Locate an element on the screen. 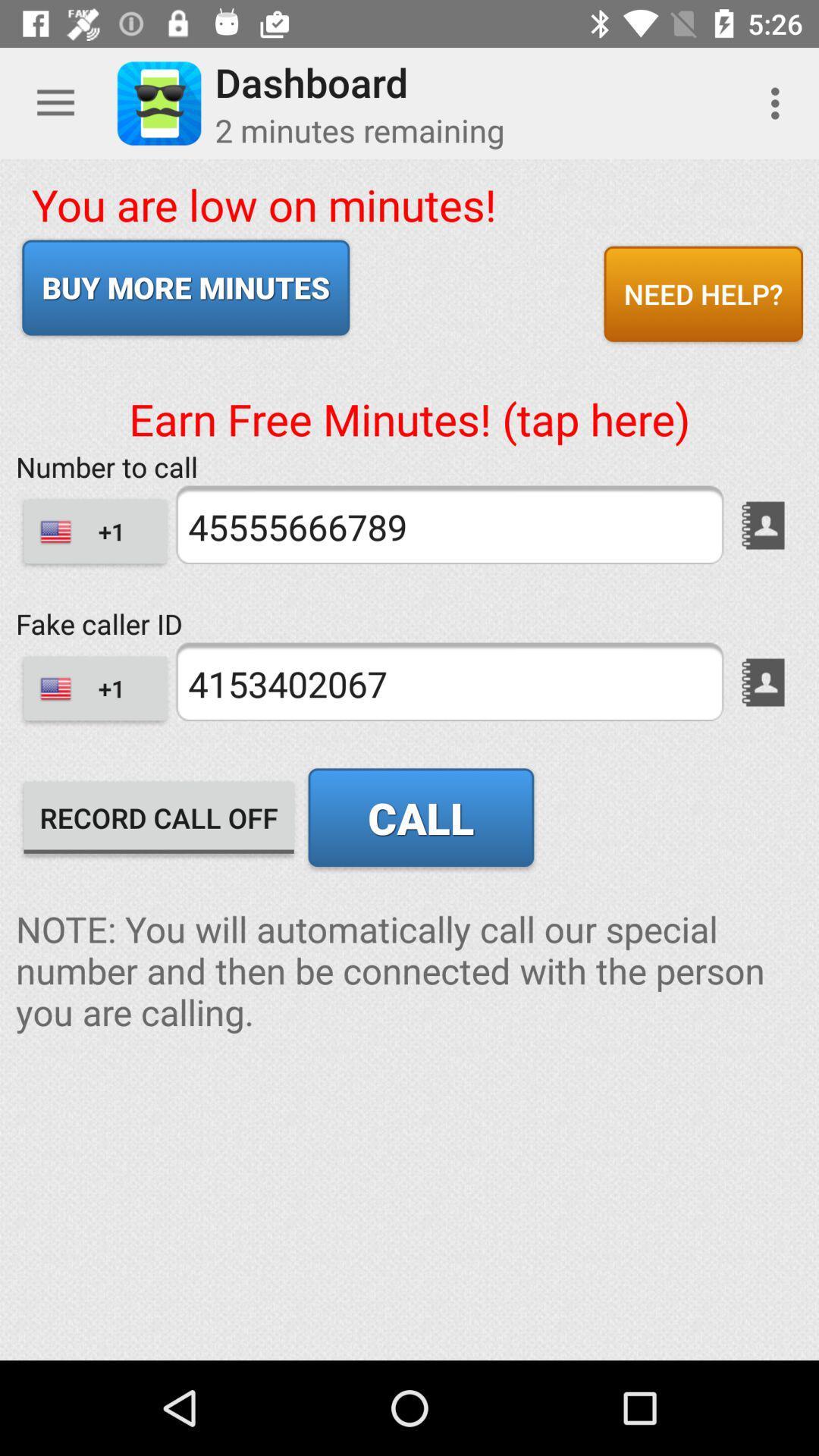 The image size is (819, 1456). the need help? item is located at coordinates (703, 293).